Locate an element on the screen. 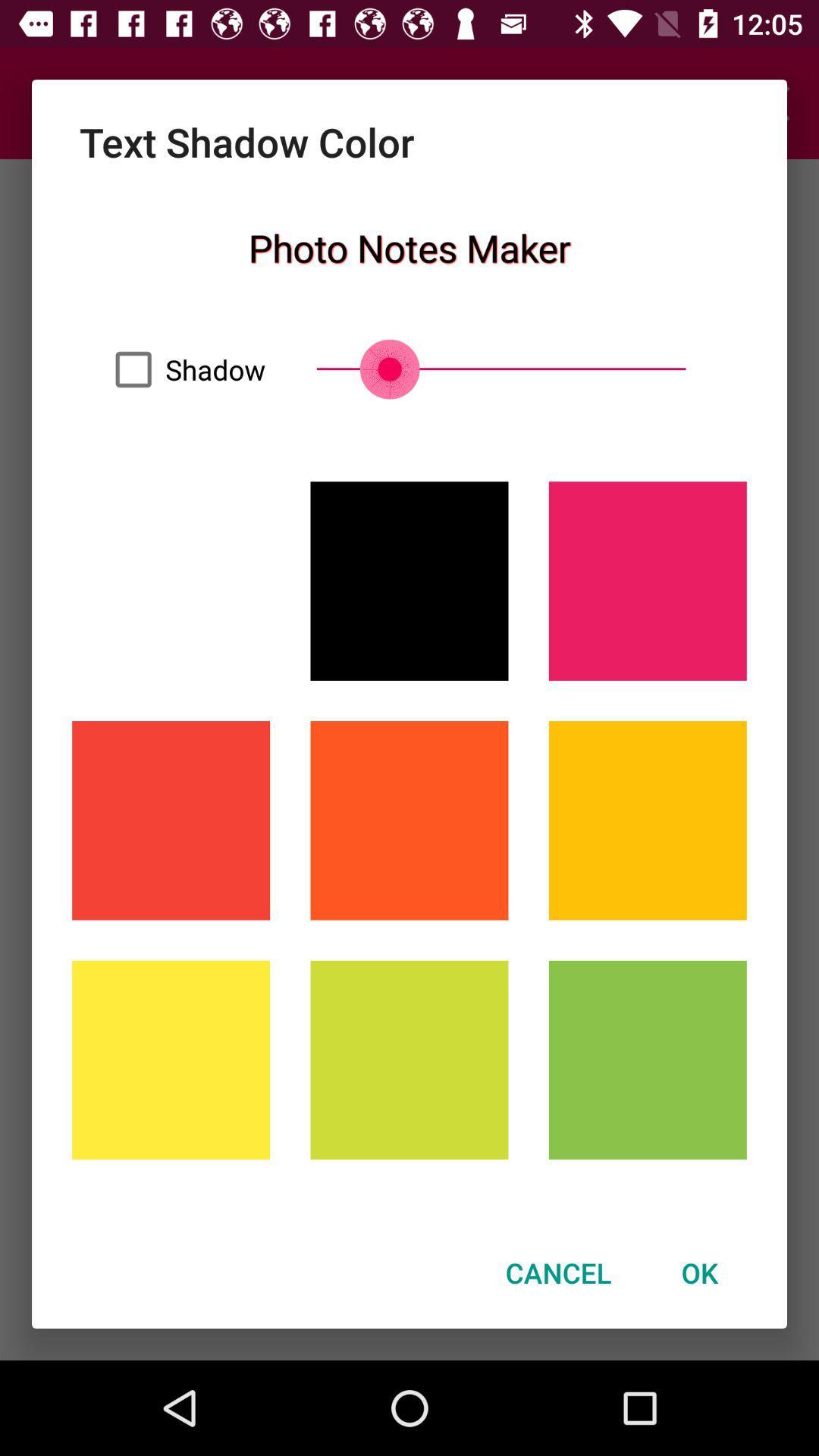 This screenshot has width=819, height=1456. item next to the cancel item is located at coordinates (699, 1272).